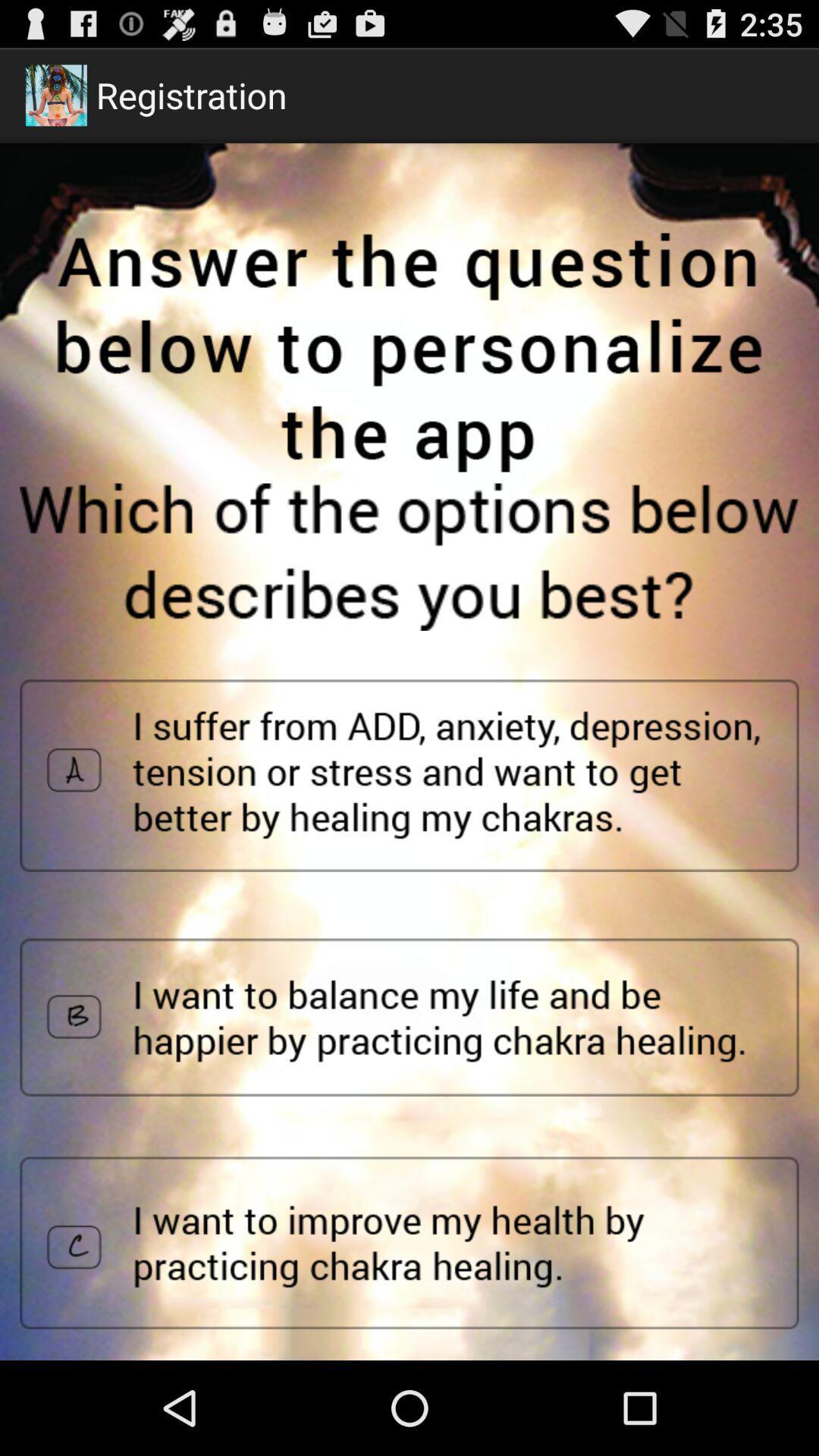  I want to click on improve my health option, so click(409, 1243).